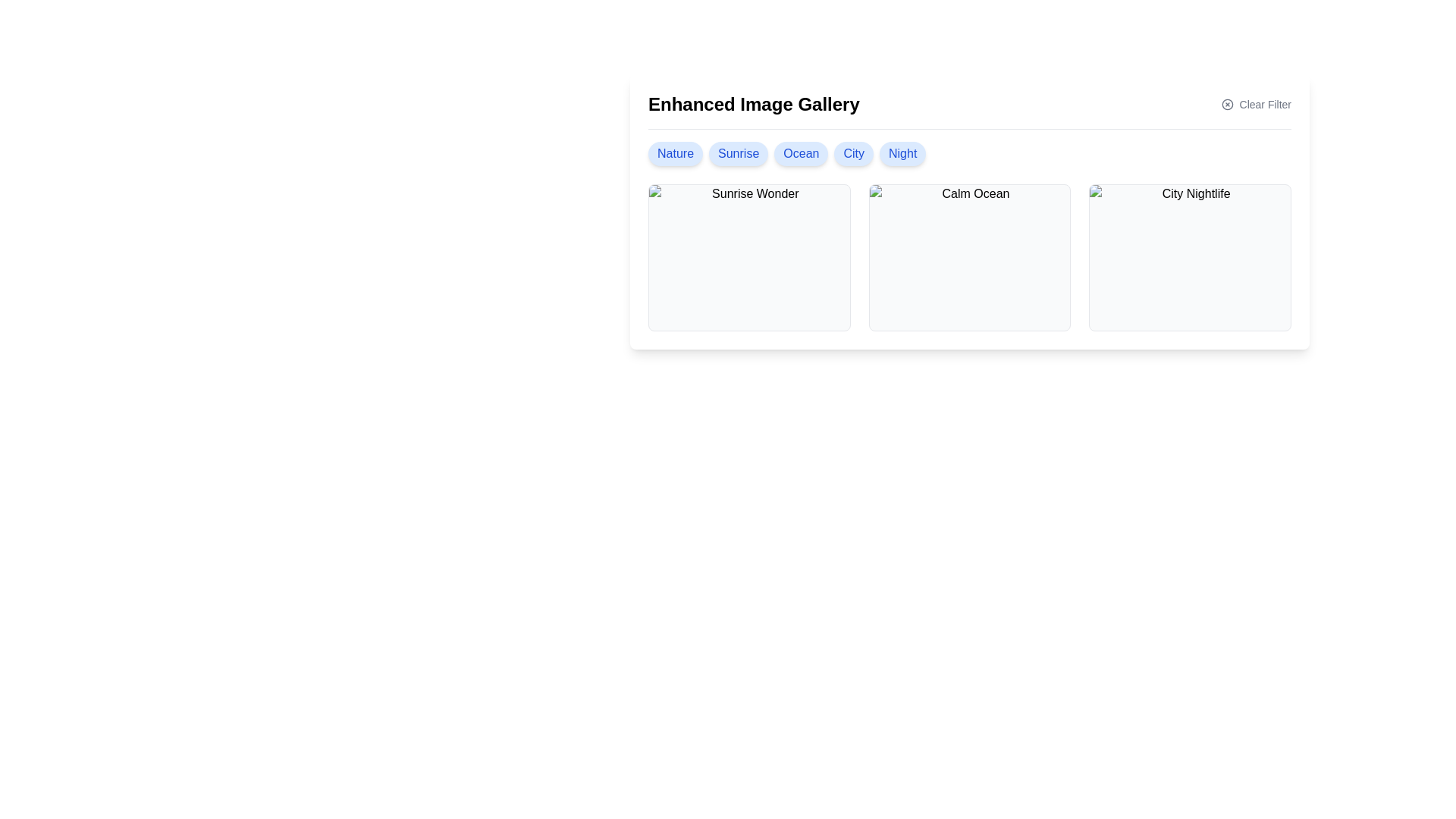 This screenshot has width=1456, height=819. I want to click on the icon button located to the left of the 'Clear Filter' text to reset filters or selections, so click(1227, 104).